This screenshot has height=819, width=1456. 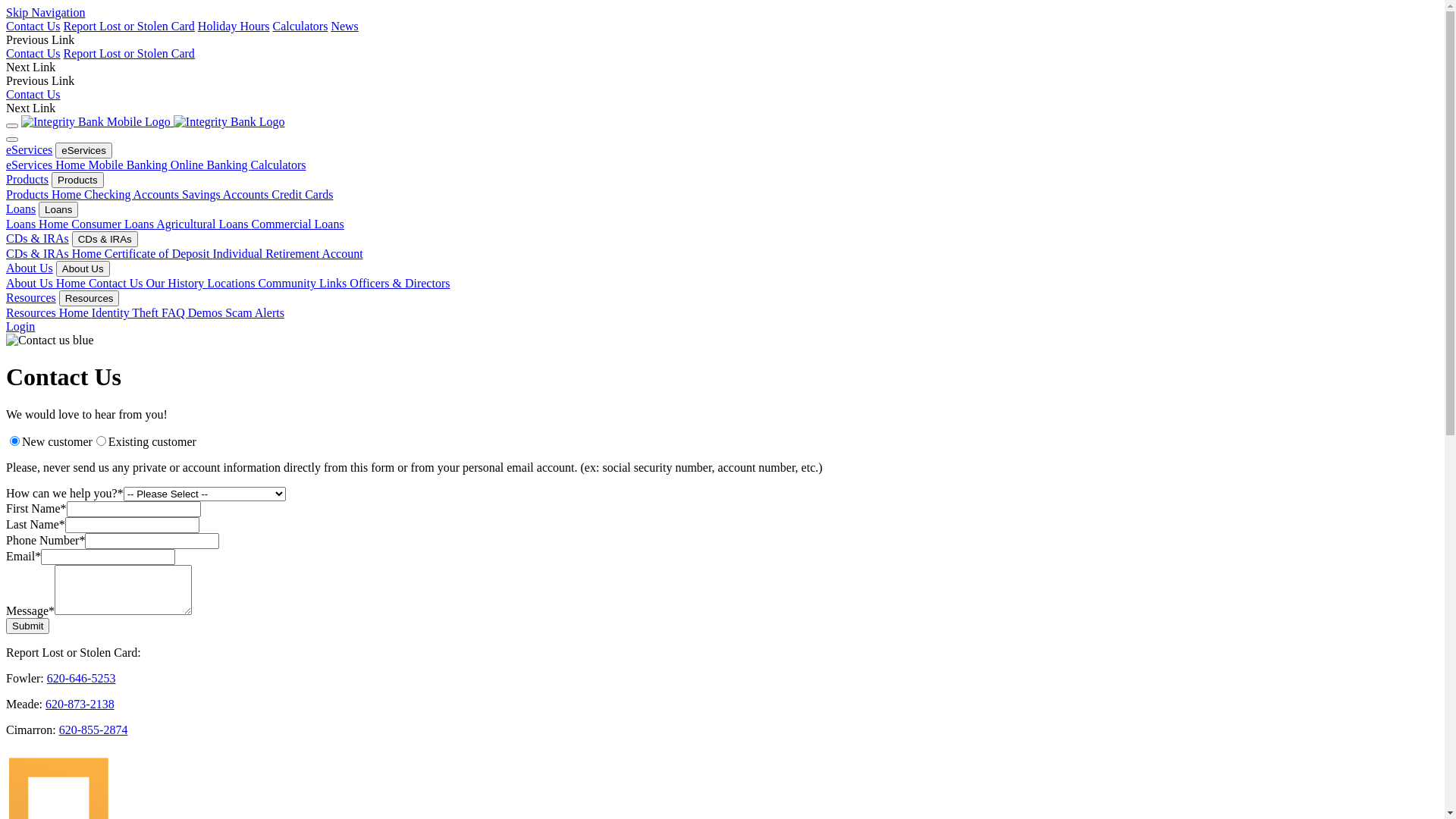 What do you see at coordinates (45, 193) in the screenshot?
I see `'Products Home'` at bounding box center [45, 193].